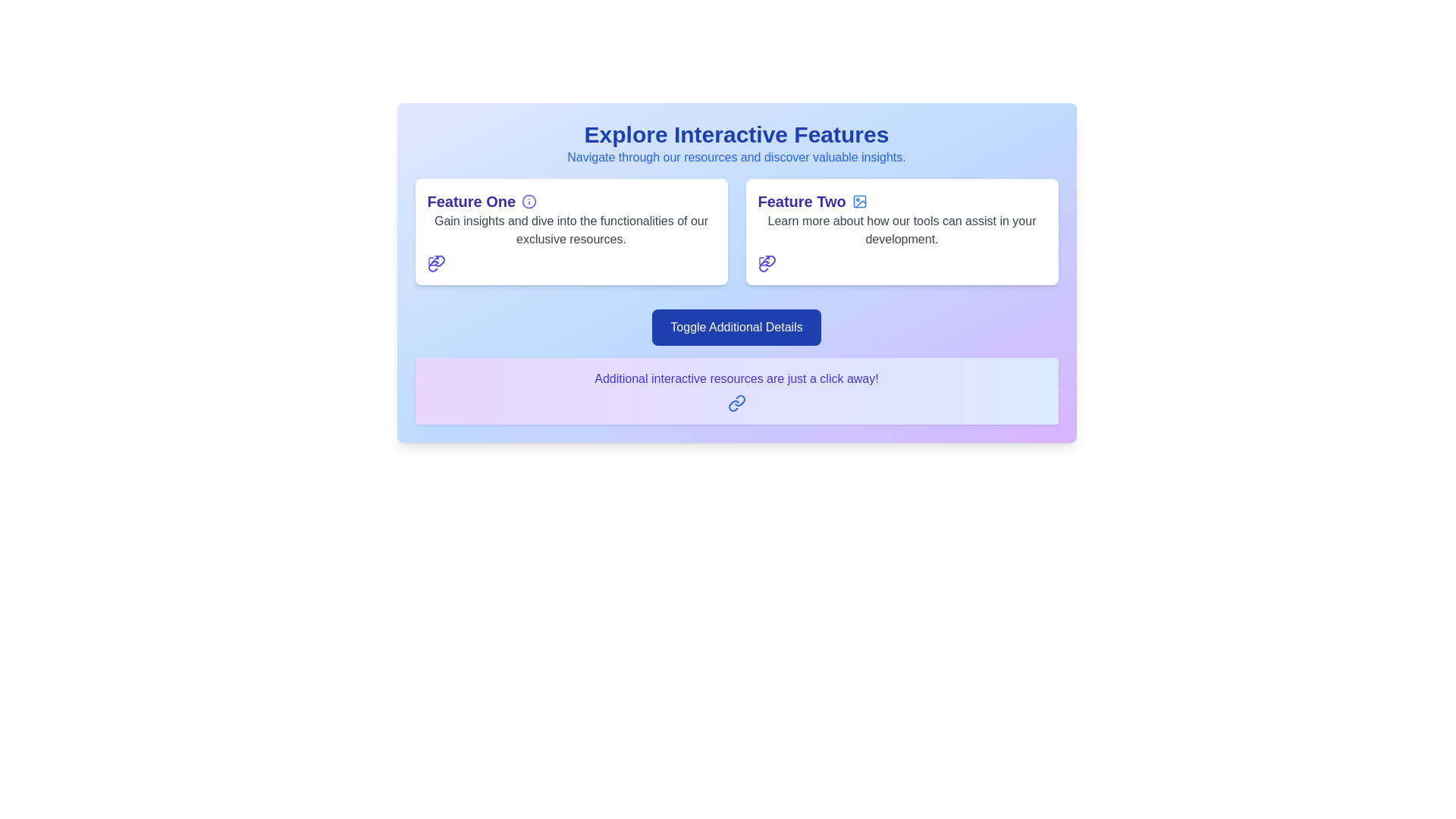 The image size is (1456, 819). Describe the element at coordinates (736, 378) in the screenshot. I see `the text label that describes additional resources, located above the hyperlink labeled 'Access More Resources'` at that location.